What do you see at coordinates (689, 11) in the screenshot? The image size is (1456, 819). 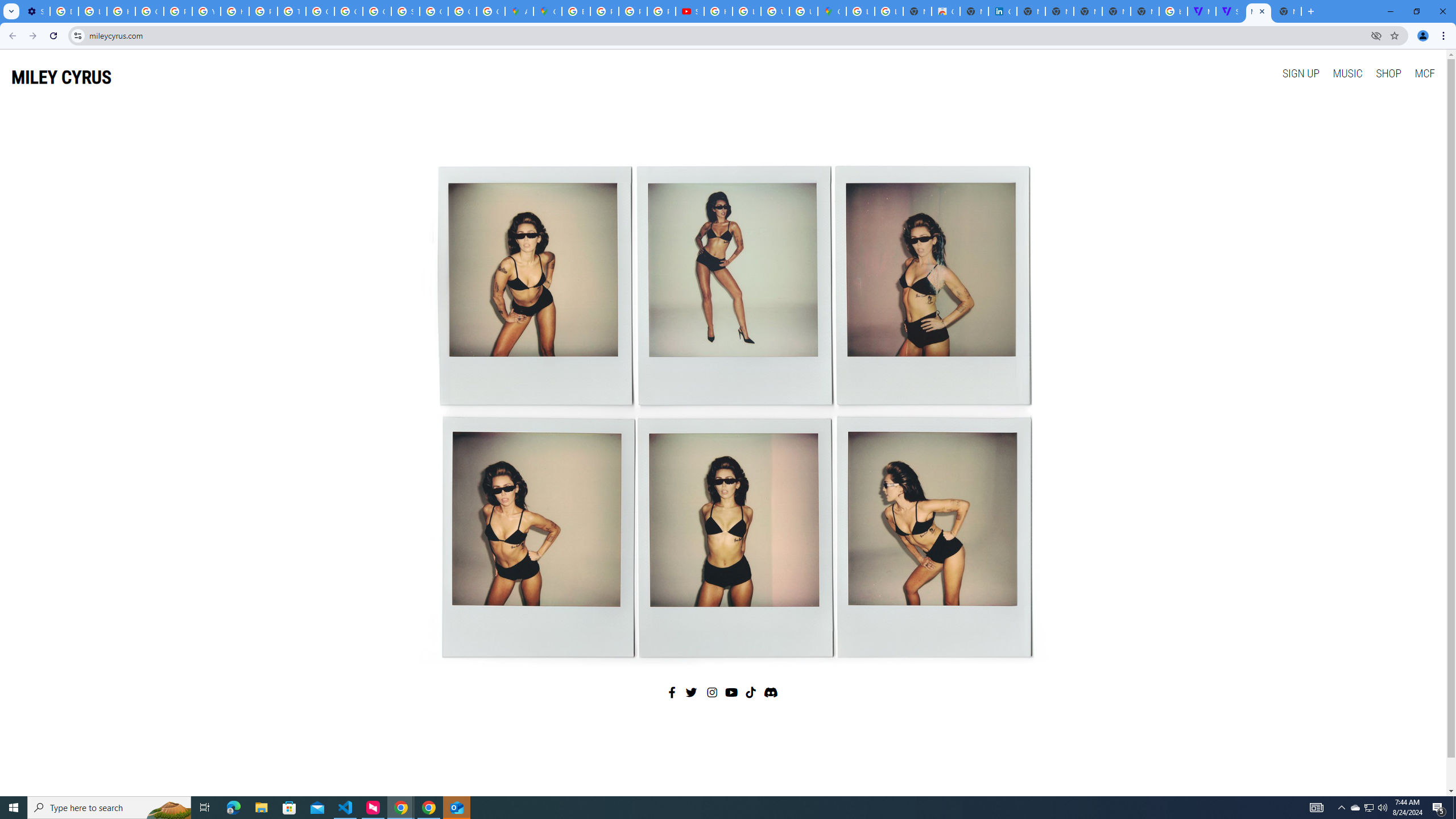 I see `'Subscriptions - YouTube'` at bounding box center [689, 11].